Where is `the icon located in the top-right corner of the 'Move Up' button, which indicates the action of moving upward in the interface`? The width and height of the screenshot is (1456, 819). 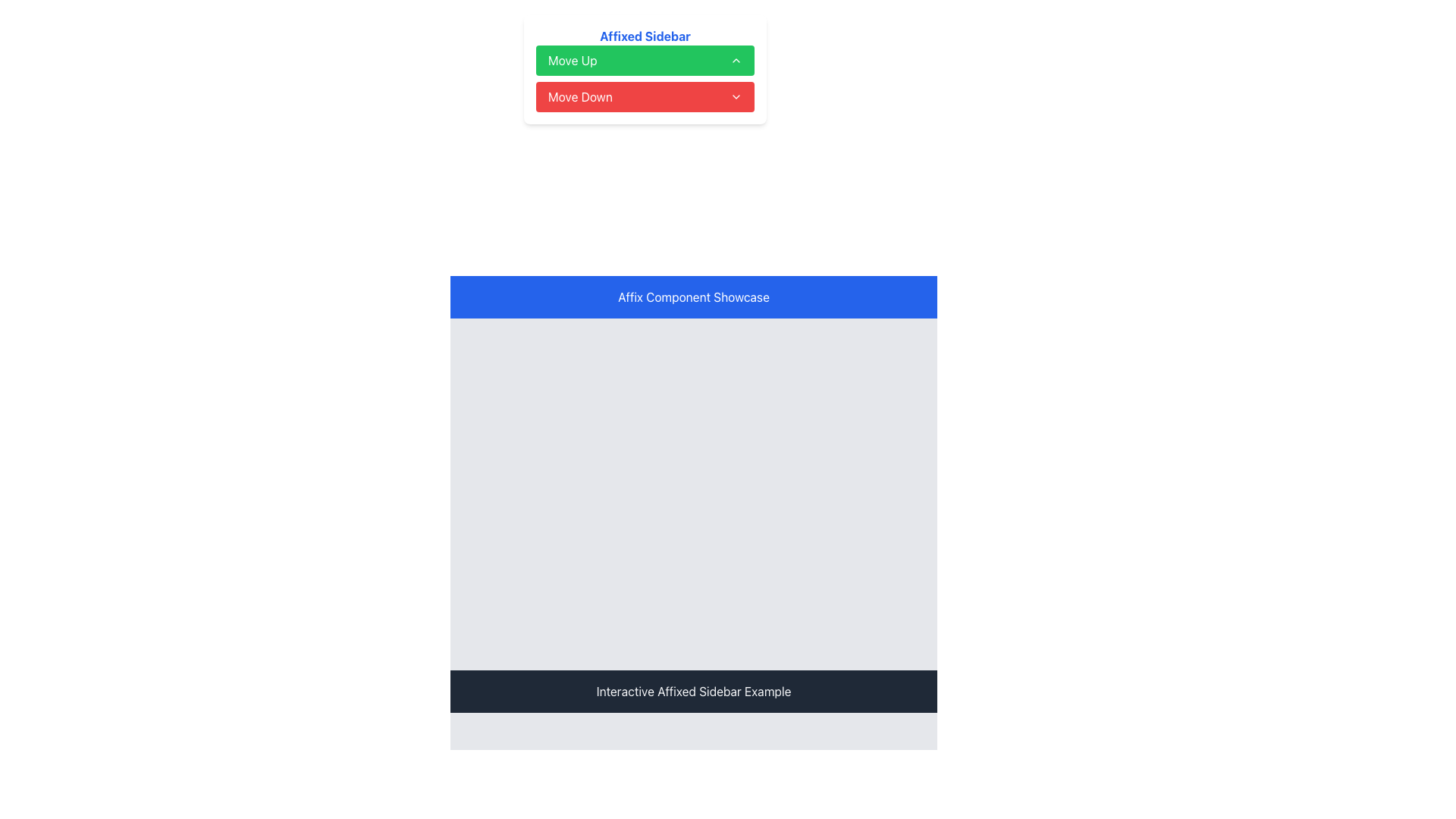
the icon located in the top-right corner of the 'Move Up' button, which indicates the action of moving upward in the interface is located at coordinates (736, 60).